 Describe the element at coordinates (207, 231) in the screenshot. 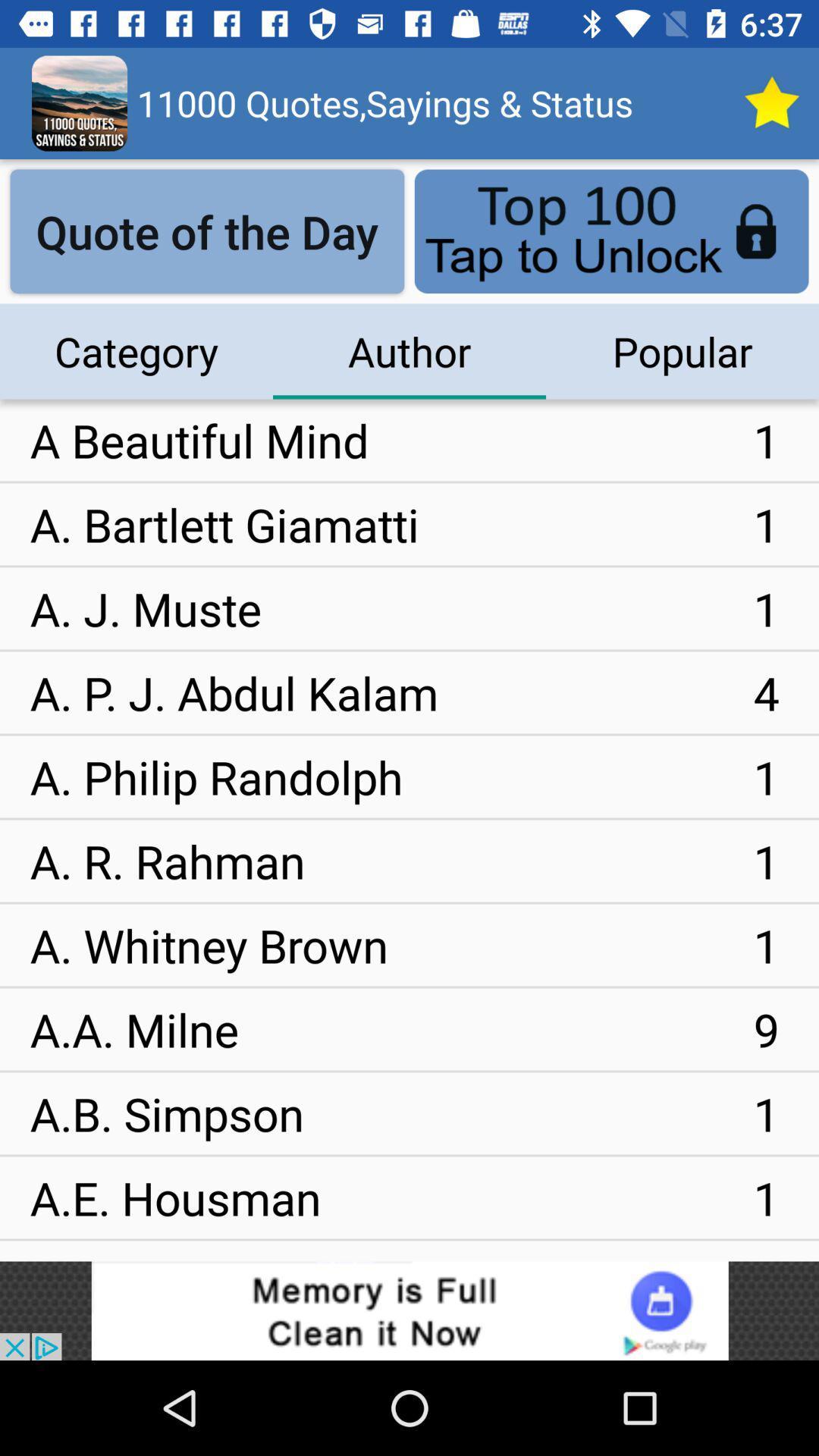

I see `the first left button` at that location.